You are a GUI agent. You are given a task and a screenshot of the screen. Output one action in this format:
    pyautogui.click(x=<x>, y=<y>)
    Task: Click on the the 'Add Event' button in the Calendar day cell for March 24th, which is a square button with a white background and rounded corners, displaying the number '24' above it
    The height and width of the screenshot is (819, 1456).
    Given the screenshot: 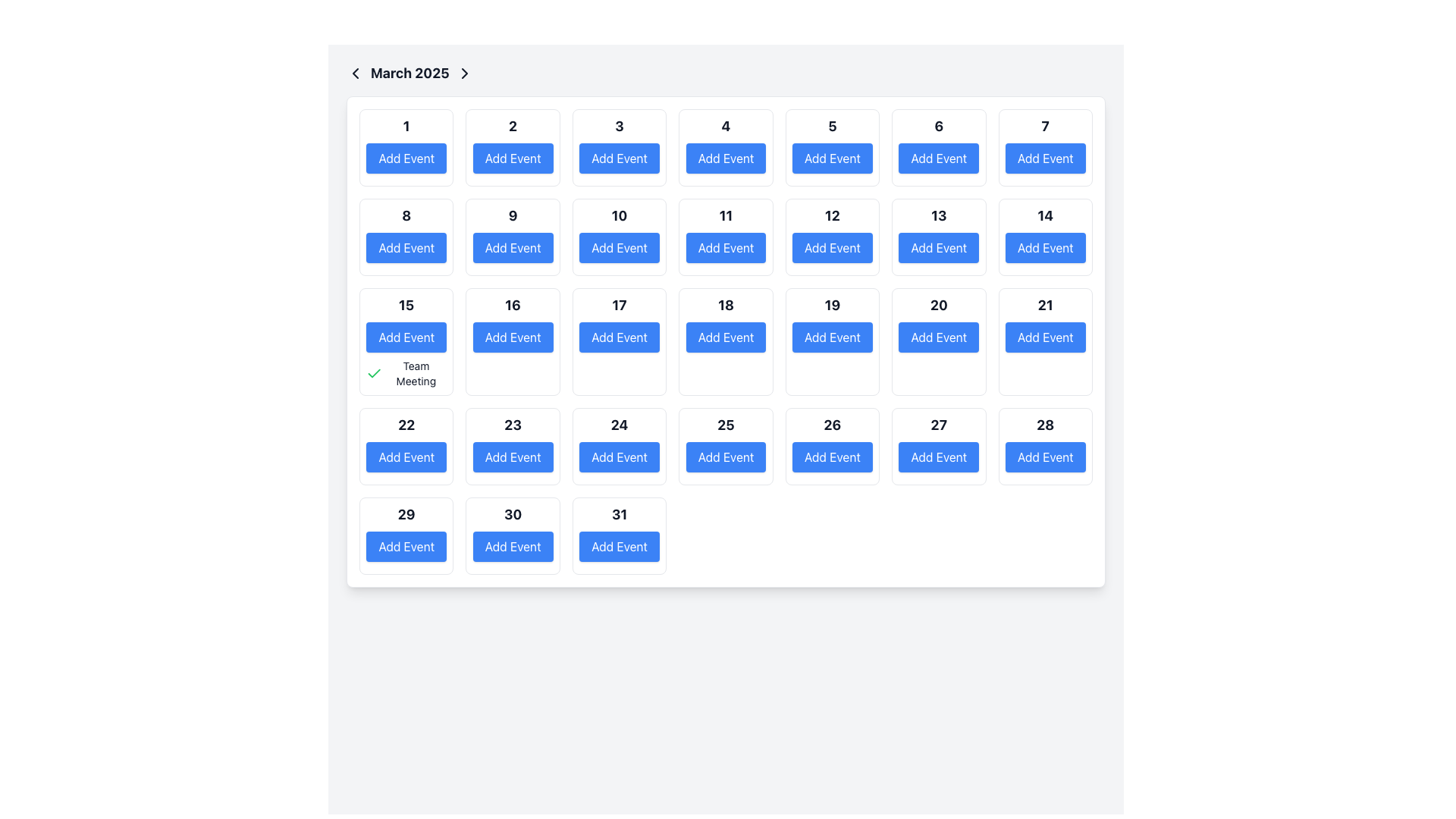 What is the action you would take?
    pyautogui.click(x=620, y=446)
    